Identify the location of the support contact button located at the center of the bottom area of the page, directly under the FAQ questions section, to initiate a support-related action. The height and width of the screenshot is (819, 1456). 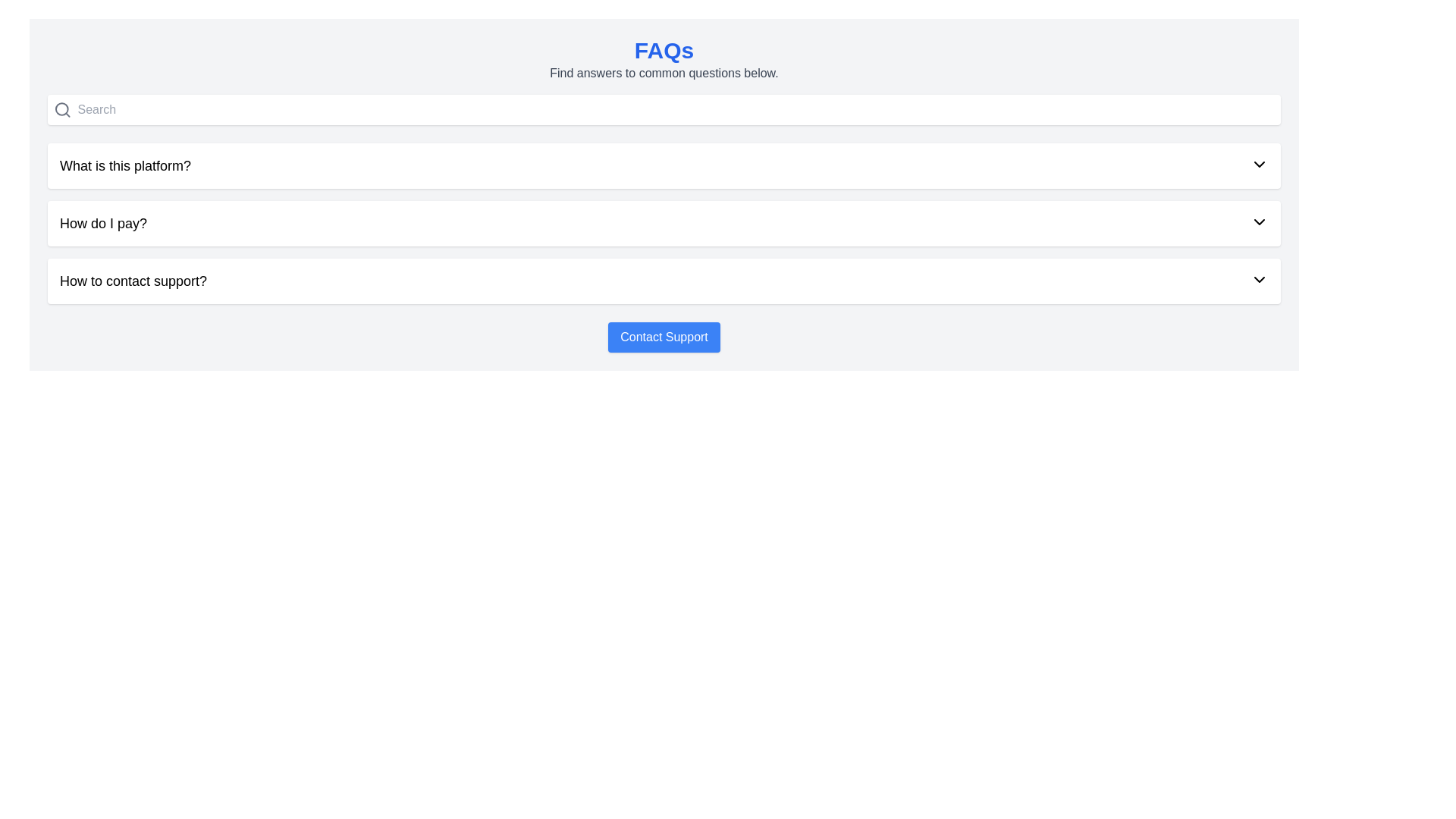
(664, 336).